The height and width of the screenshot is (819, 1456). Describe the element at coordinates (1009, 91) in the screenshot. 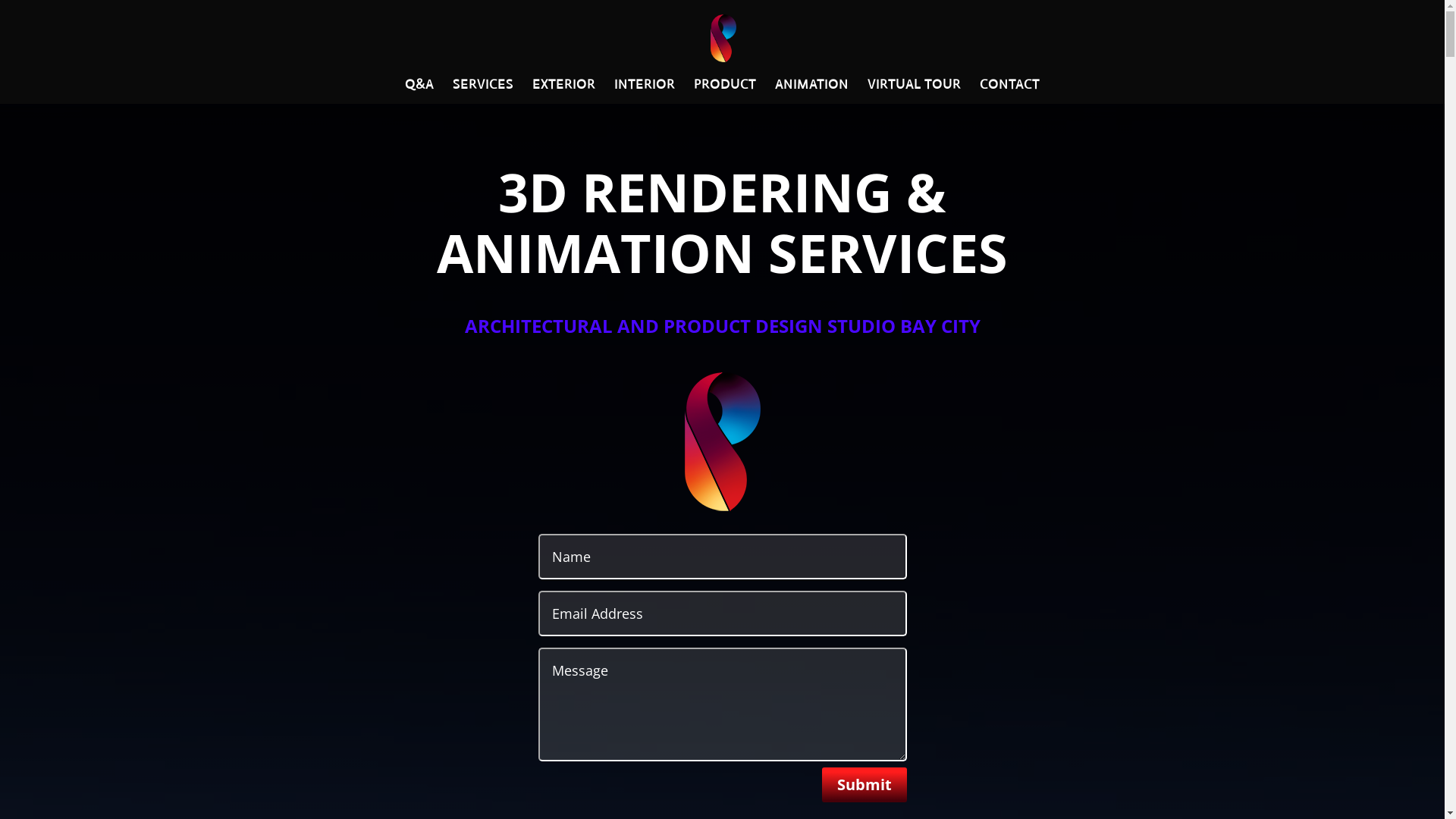

I see `'CONTACT'` at that location.